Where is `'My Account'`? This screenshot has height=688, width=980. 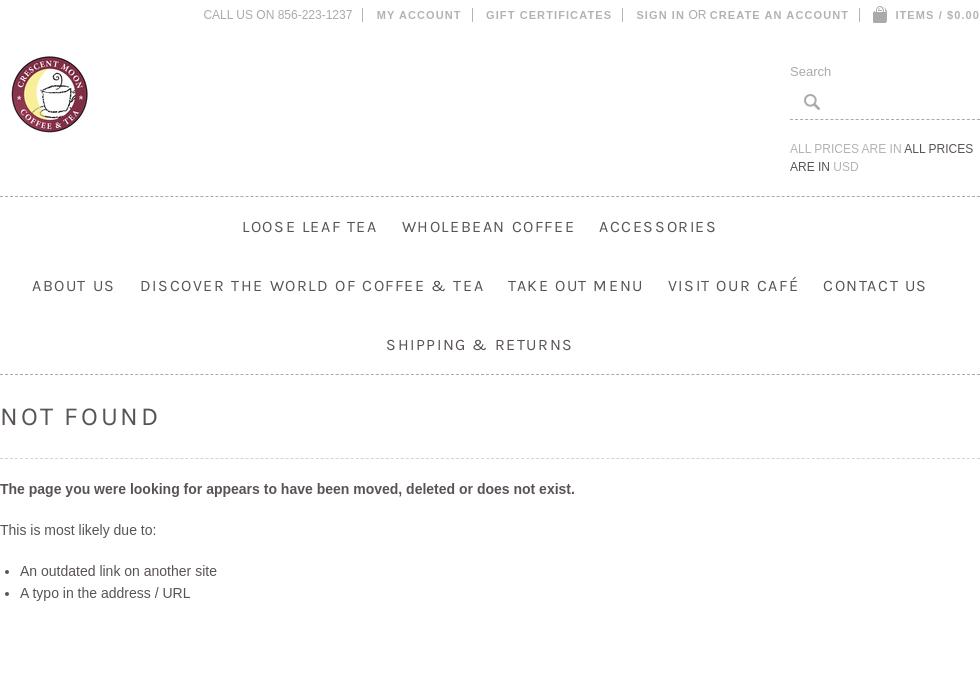
'My Account' is located at coordinates (376, 14).